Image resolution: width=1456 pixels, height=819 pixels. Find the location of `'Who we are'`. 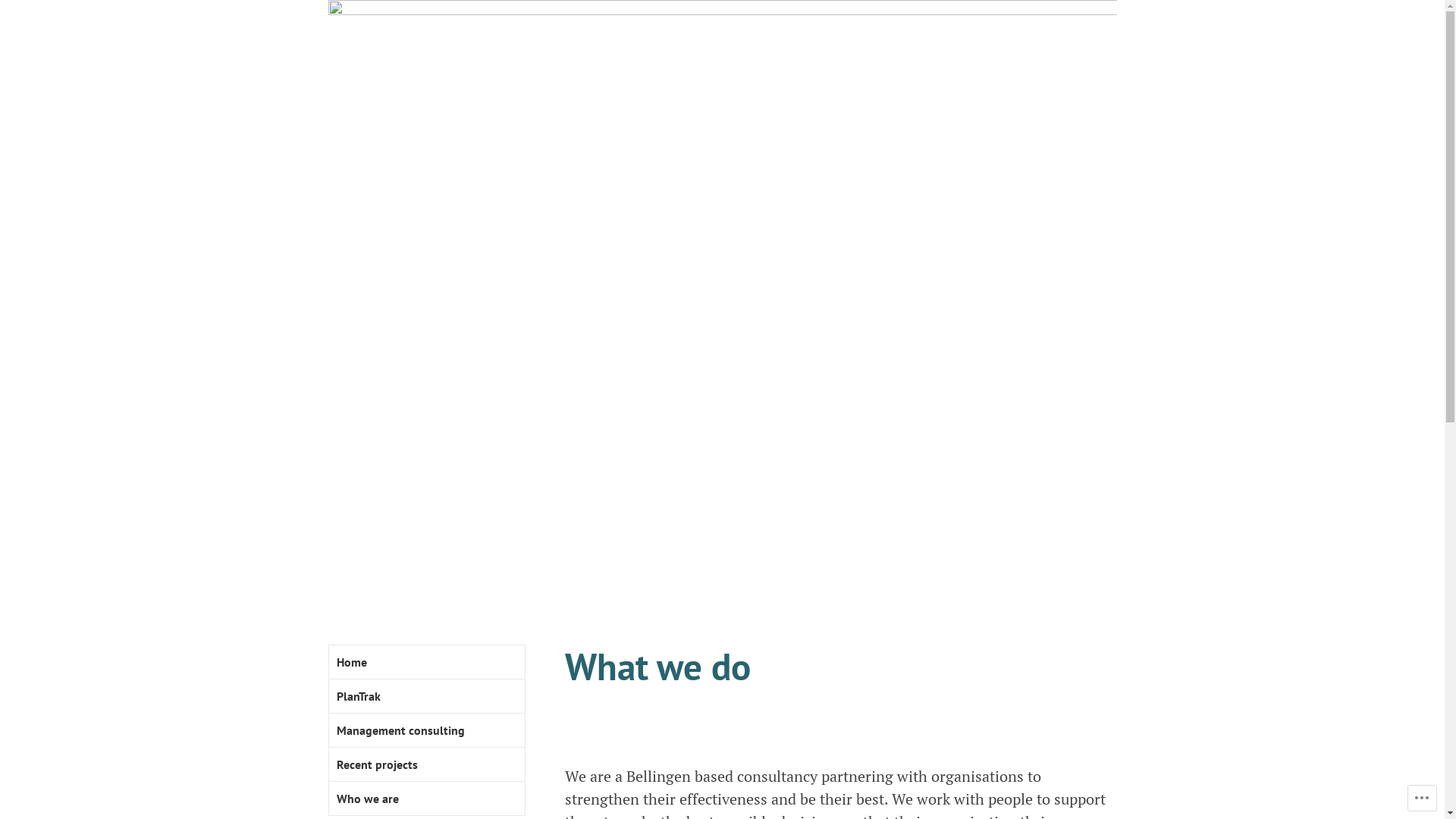

'Who we are' is located at coordinates (425, 798).